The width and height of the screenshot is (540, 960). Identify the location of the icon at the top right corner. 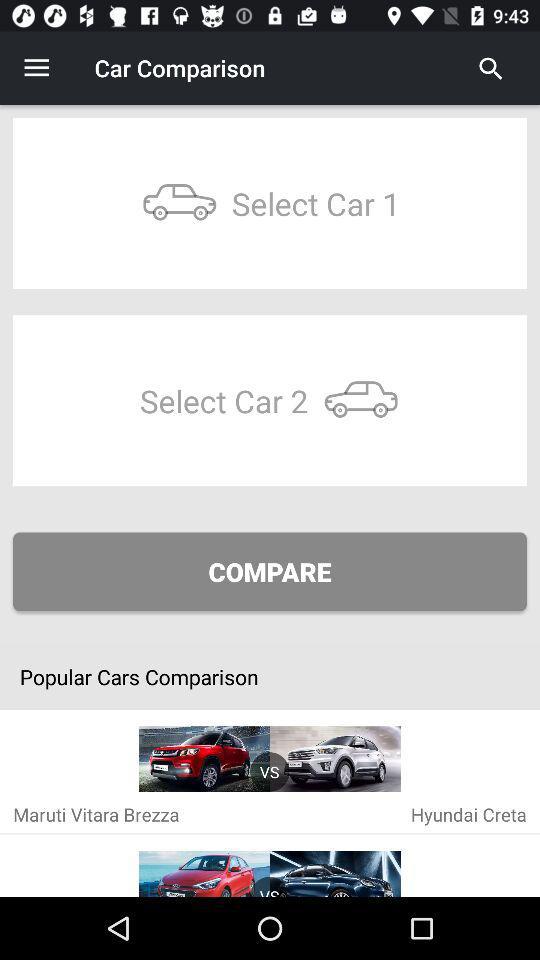
(490, 68).